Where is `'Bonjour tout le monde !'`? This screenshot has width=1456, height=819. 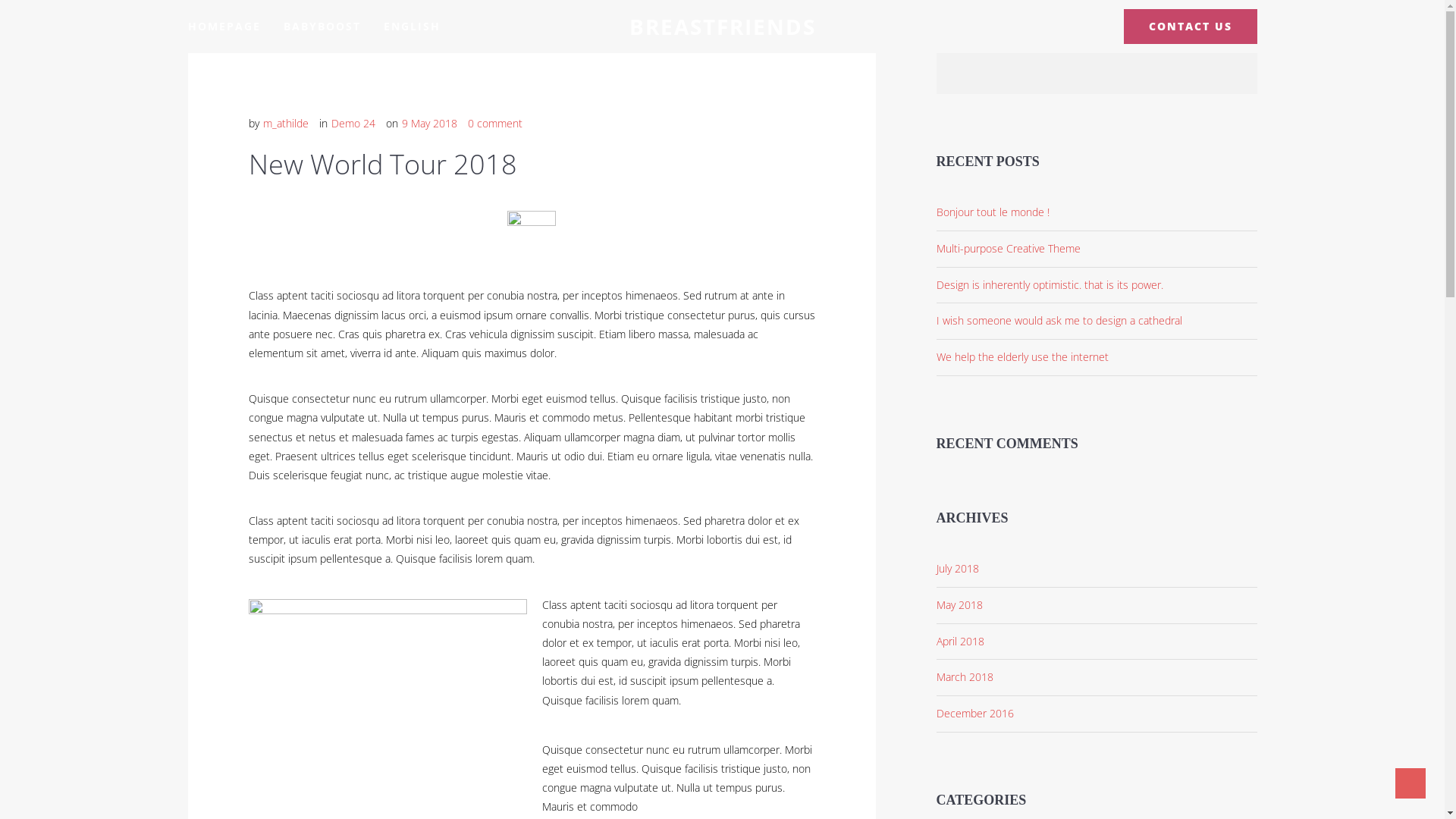 'Bonjour tout le monde !' is located at coordinates (1096, 213).